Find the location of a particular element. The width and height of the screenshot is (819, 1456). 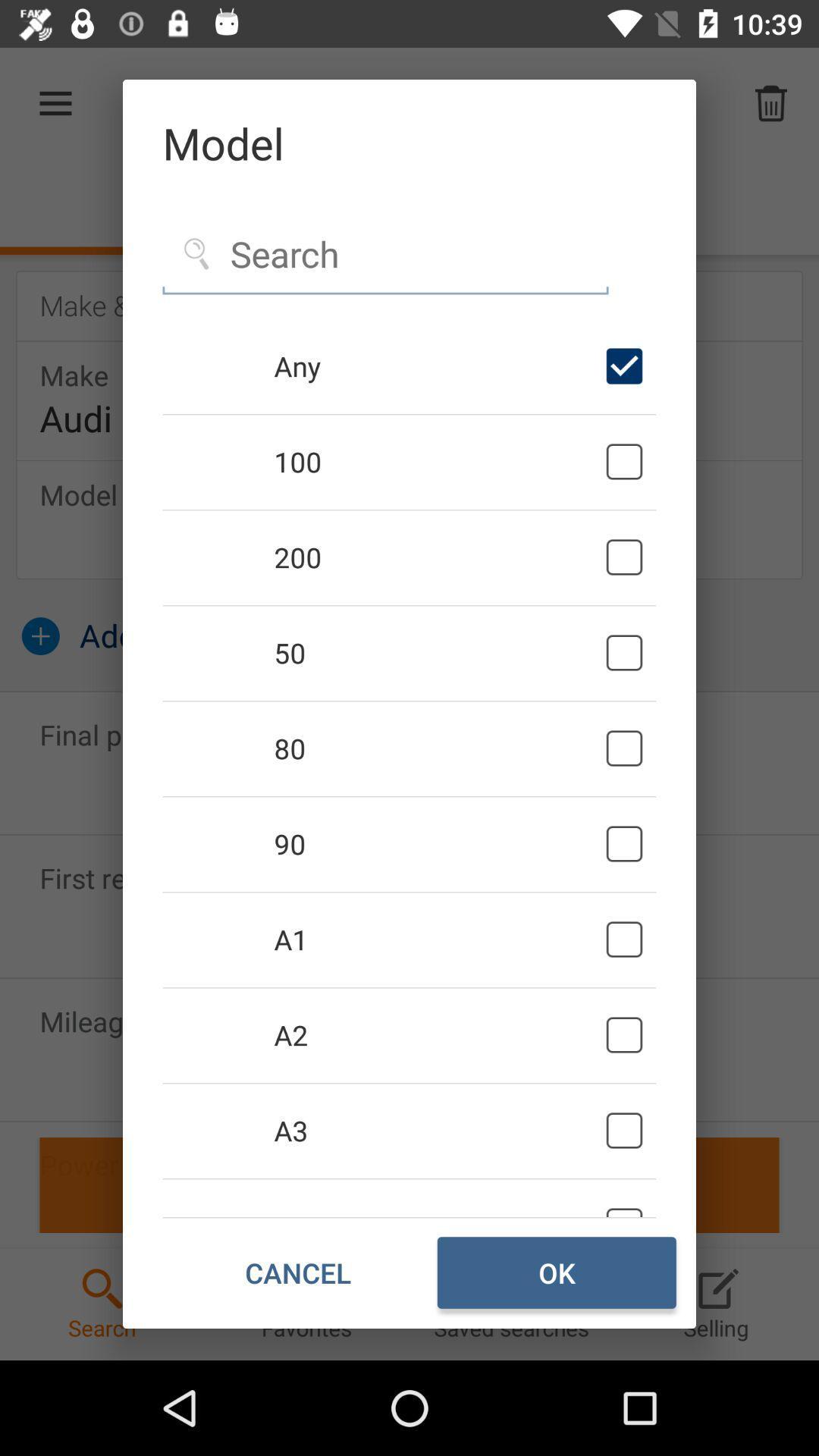

icon below the a4 item is located at coordinates (298, 1272).